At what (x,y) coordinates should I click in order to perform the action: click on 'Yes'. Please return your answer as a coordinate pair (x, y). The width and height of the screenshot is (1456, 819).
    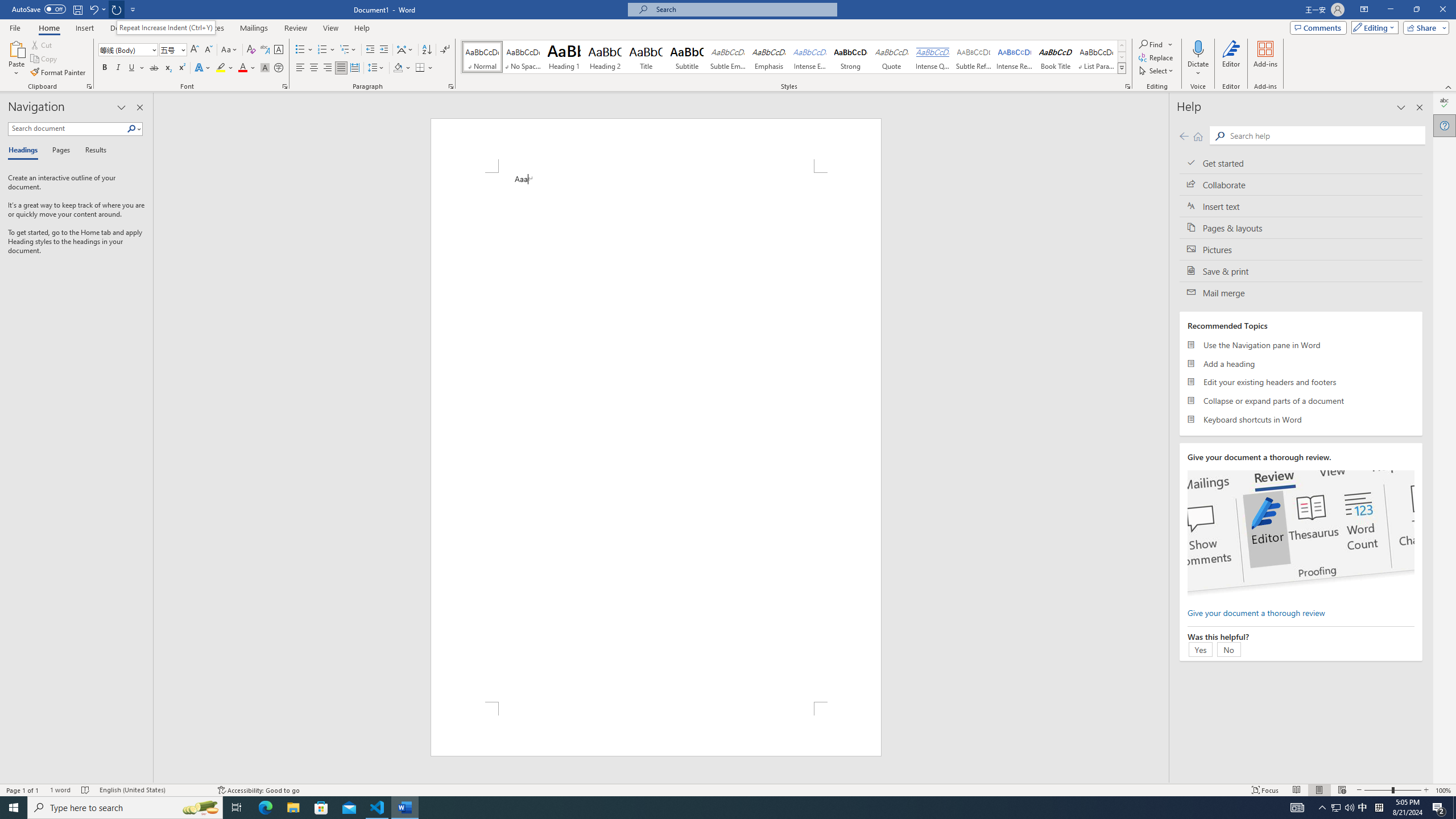
    Looking at the image, I should click on (1199, 649).